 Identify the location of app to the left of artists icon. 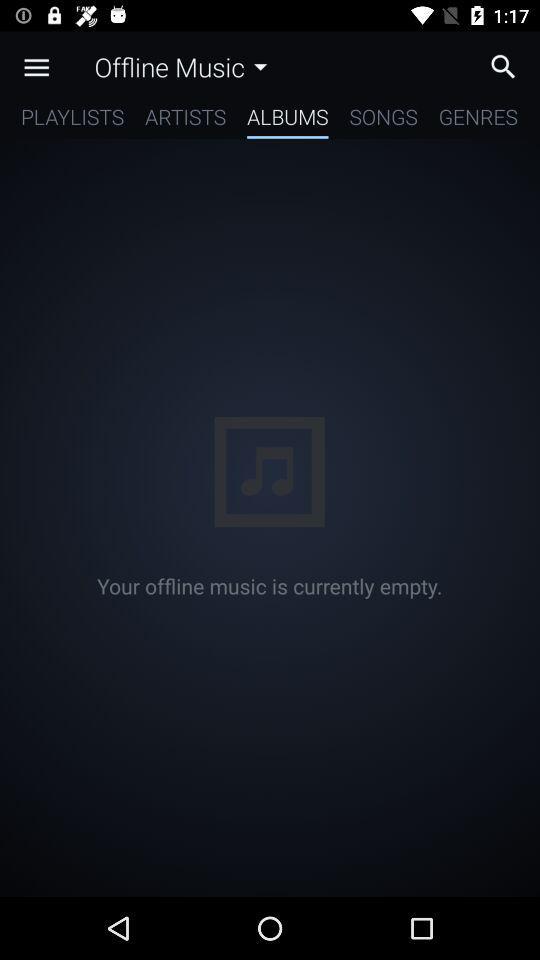
(71, 120).